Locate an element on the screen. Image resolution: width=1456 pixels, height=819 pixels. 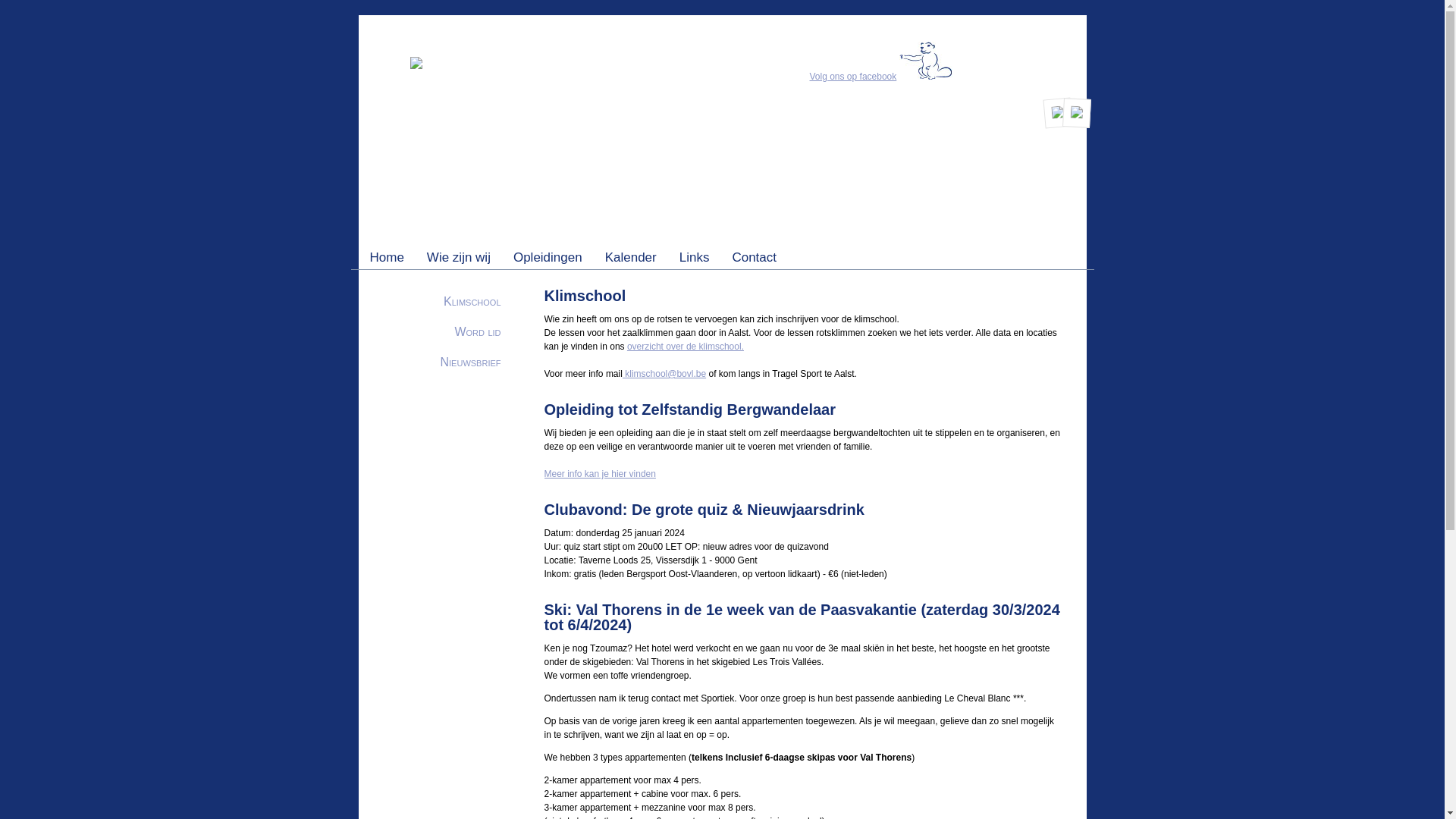
'Wie zijn wij' is located at coordinates (457, 256).